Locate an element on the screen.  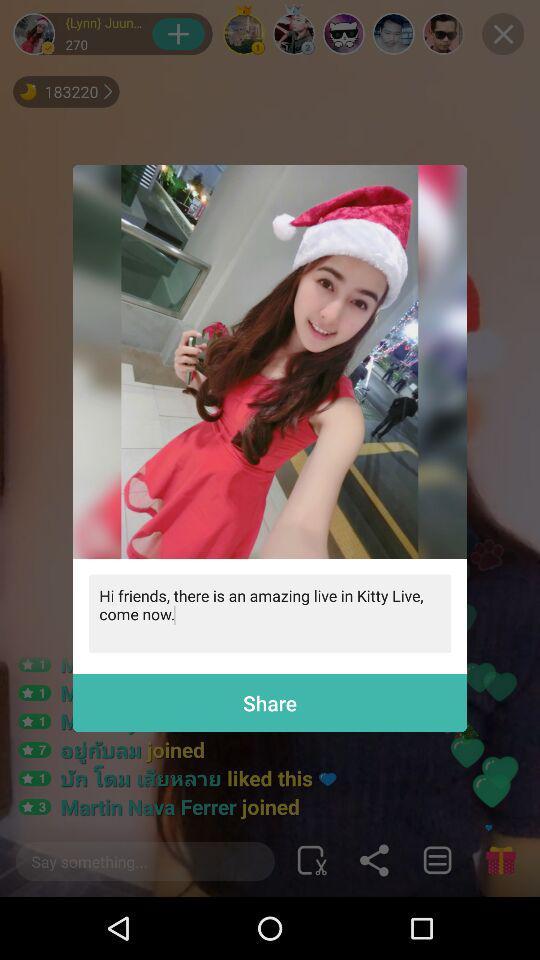
item above the share icon is located at coordinates (270, 612).